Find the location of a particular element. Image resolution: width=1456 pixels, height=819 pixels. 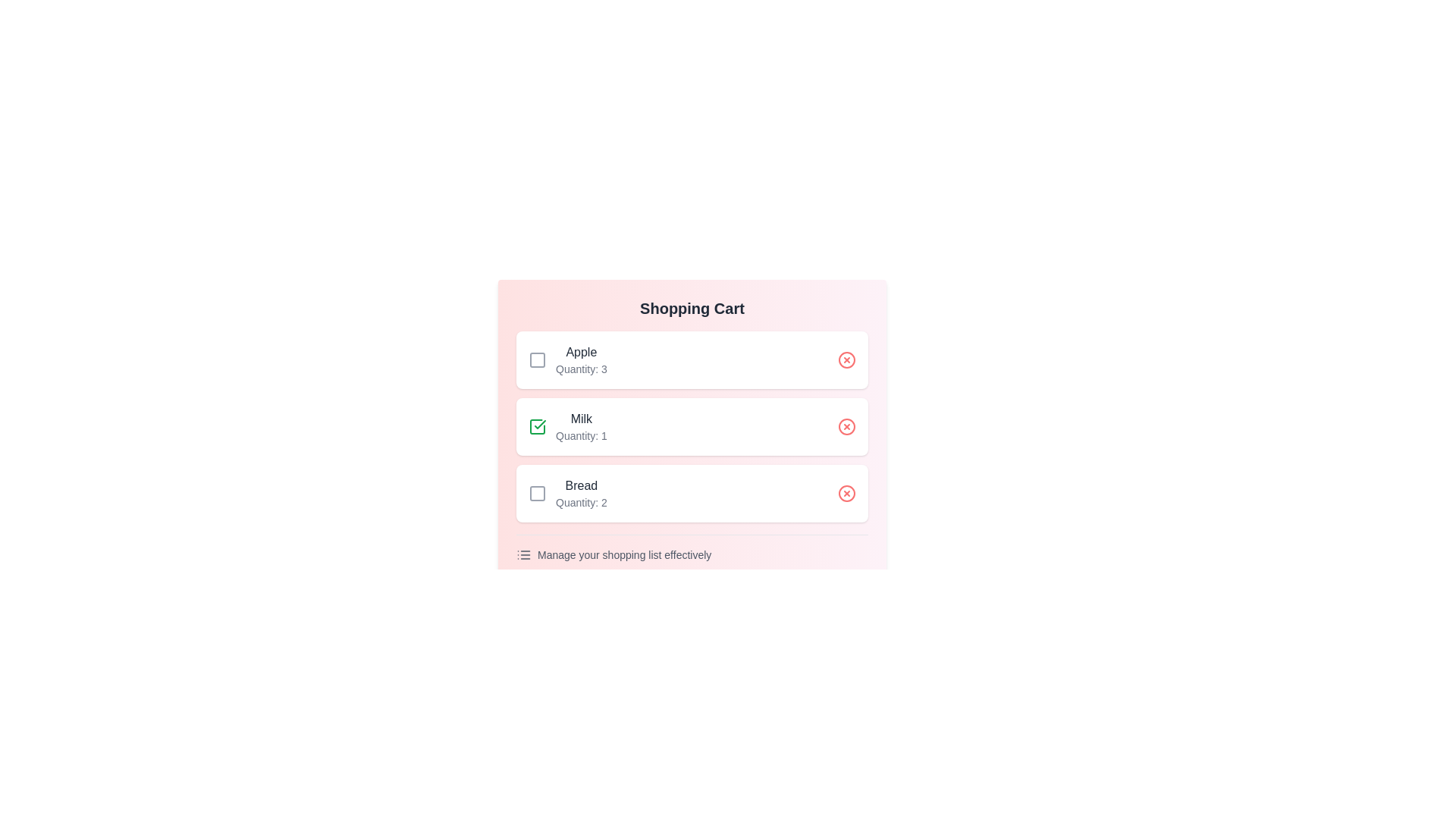

delete button for the item Apple in the shopping cart is located at coordinates (846, 359).